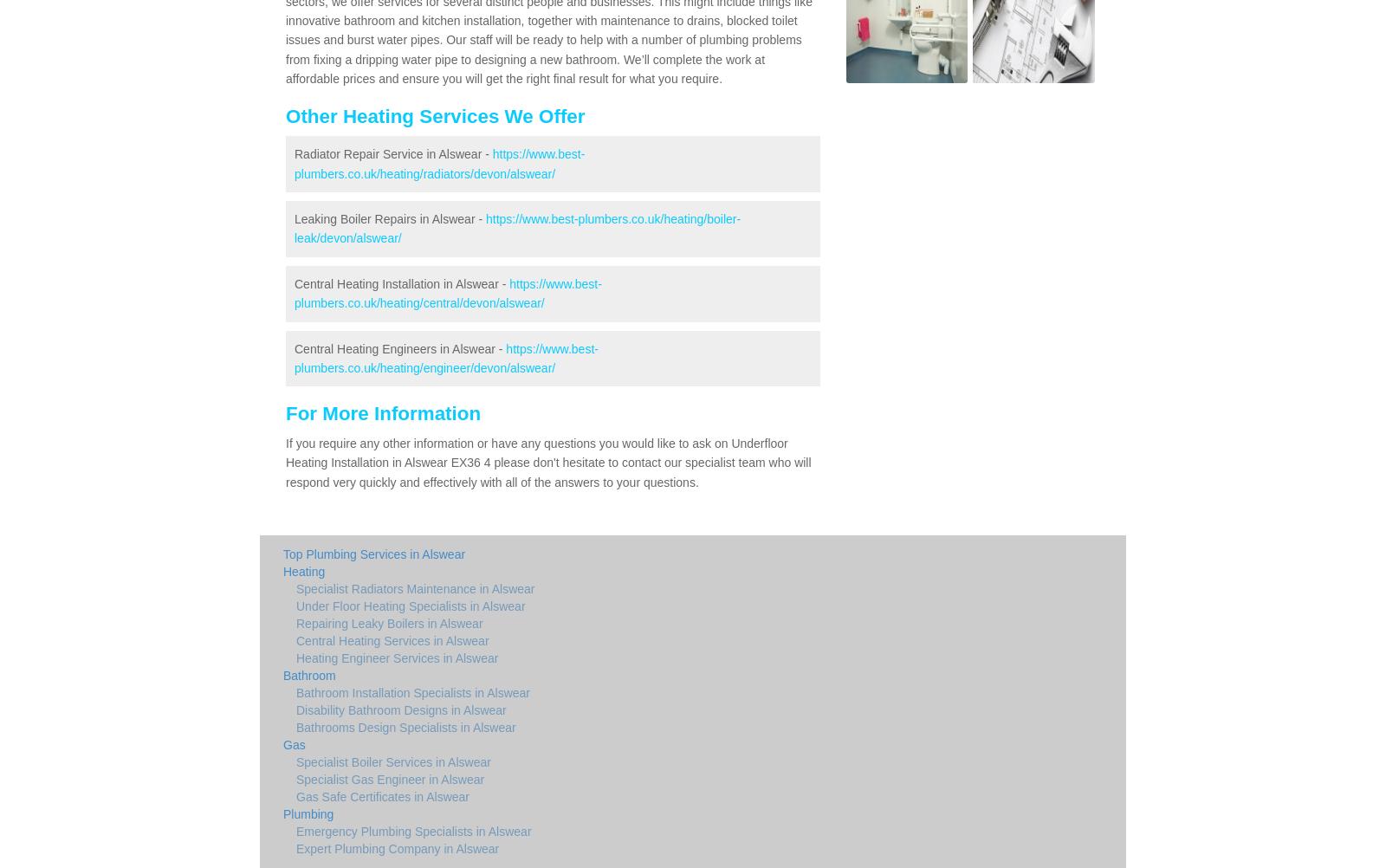 This screenshot has height=868, width=1386. What do you see at coordinates (382, 412) in the screenshot?
I see `'For More Information'` at bounding box center [382, 412].